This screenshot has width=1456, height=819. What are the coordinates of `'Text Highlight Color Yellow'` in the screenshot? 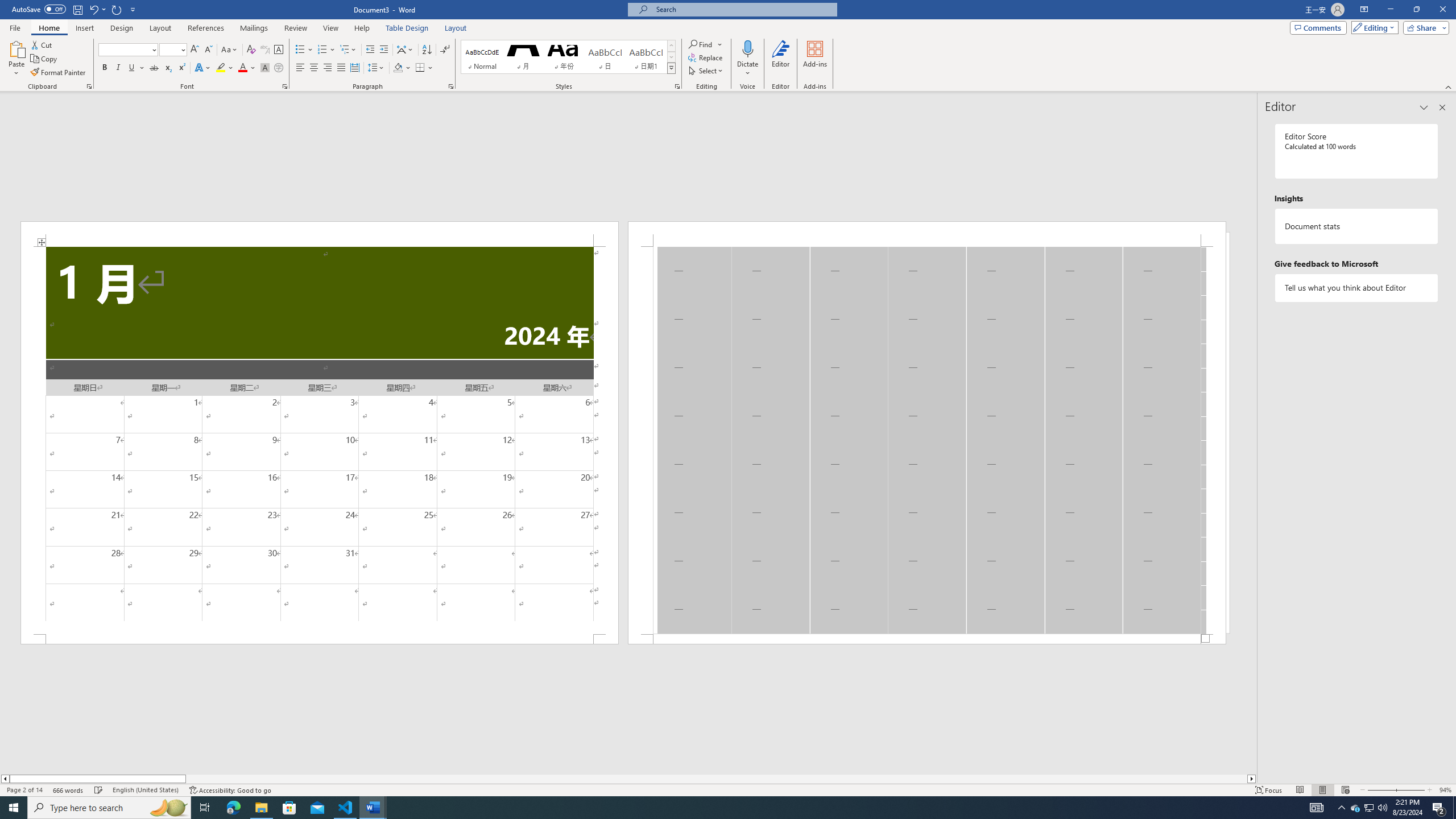 It's located at (220, 67).